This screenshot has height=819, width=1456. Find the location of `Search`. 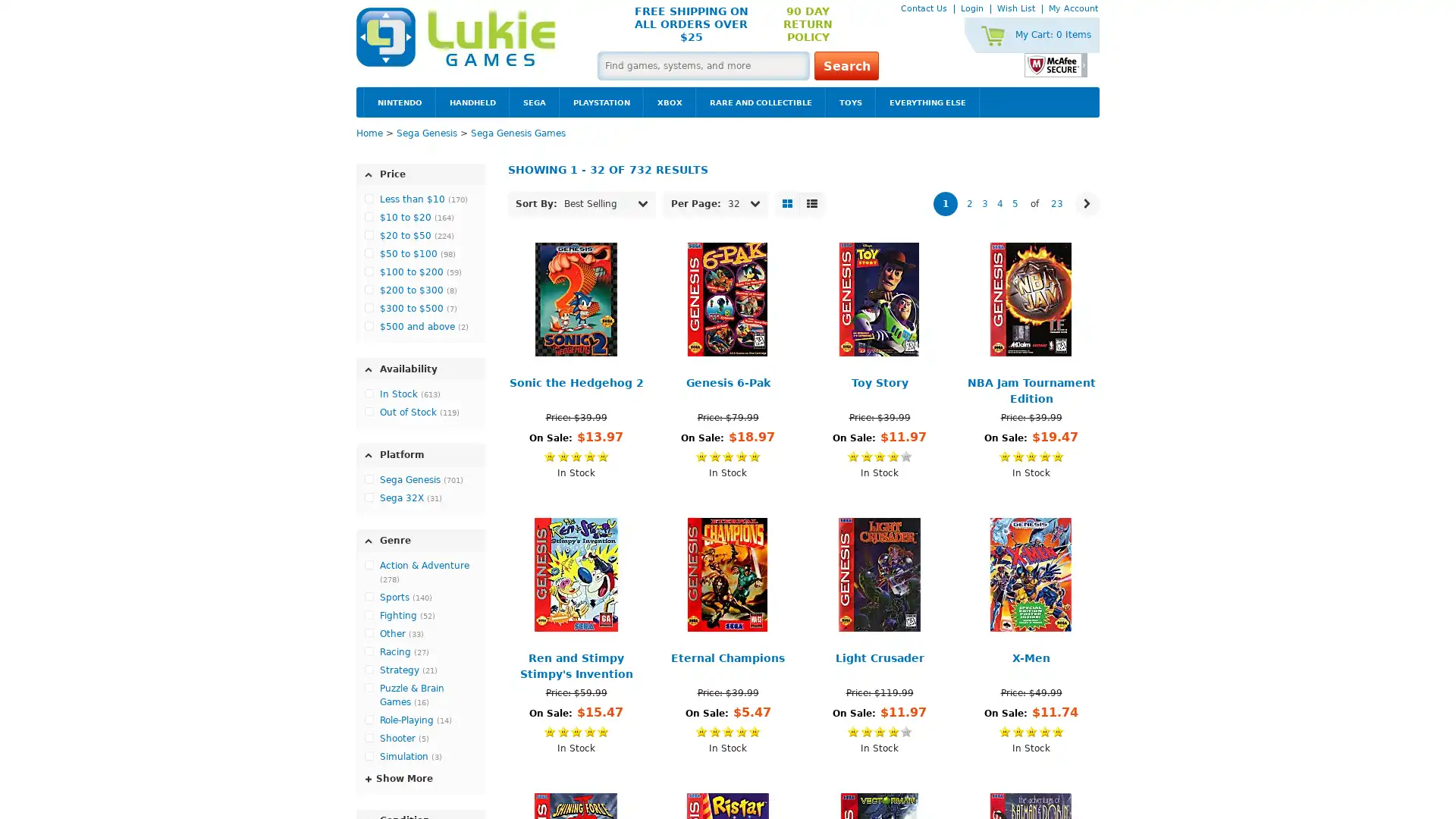

Search is located at coordinates (846, 65).